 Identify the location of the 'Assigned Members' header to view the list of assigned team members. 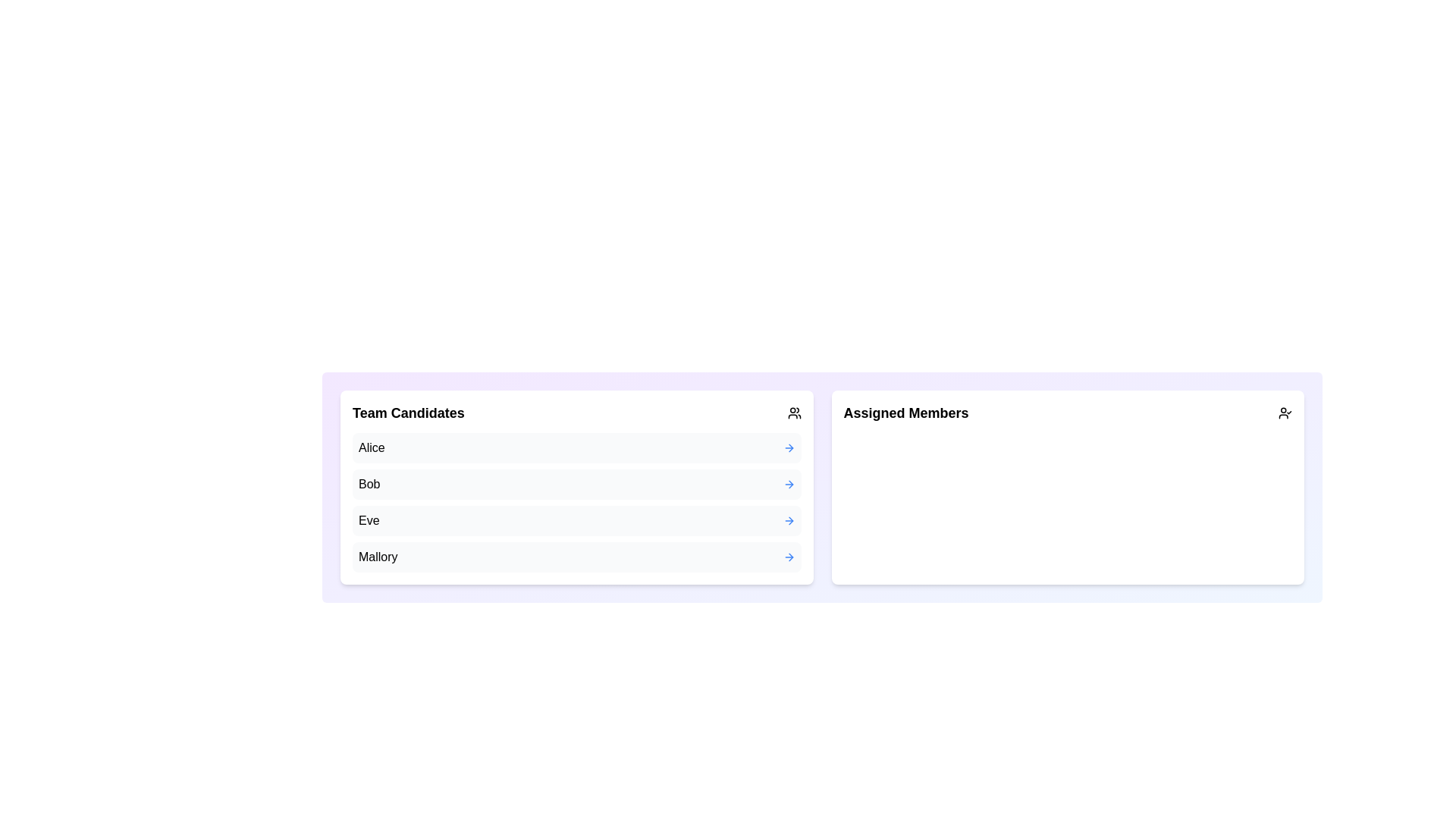
(1067, 413).